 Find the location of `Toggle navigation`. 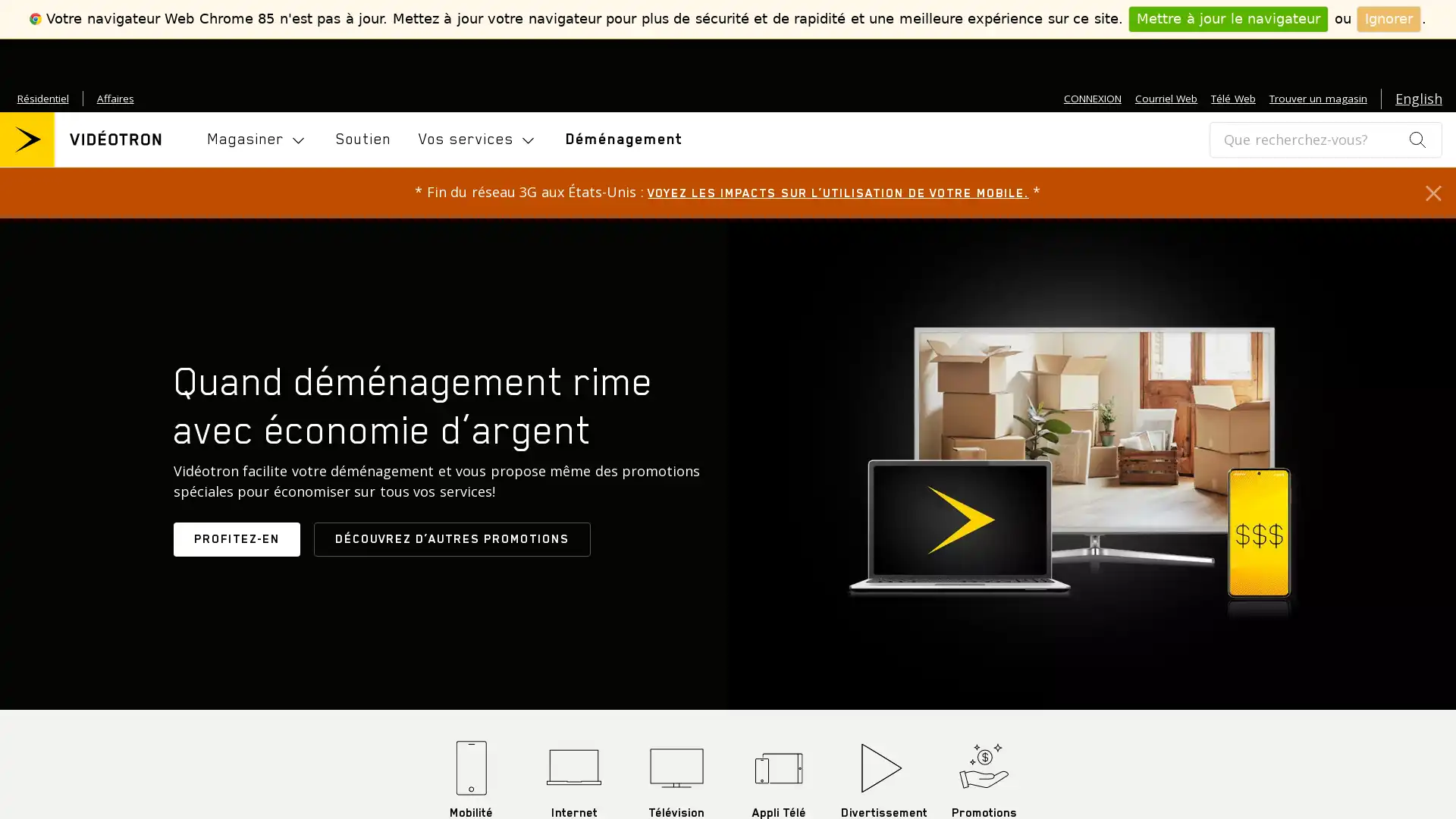

Toggle navigation is located at coordinates (476, 140).